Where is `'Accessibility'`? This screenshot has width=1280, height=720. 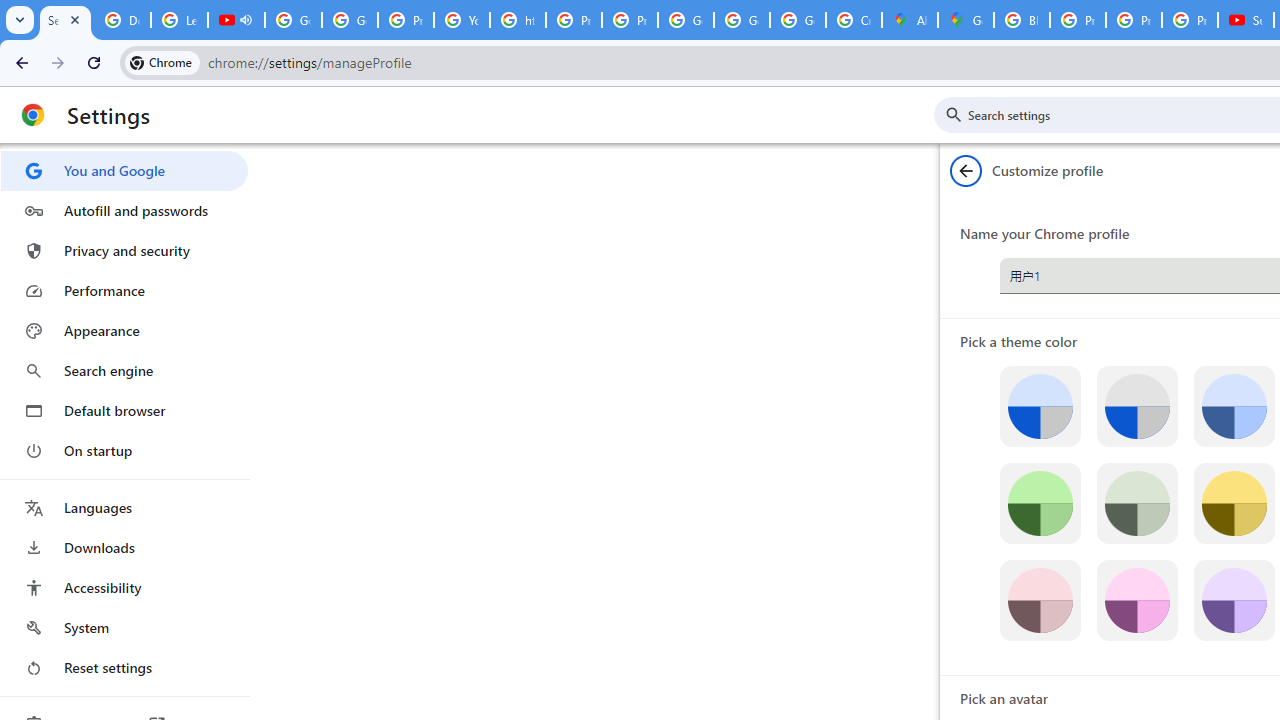
'Accessibility' is located at coordinates (123, 586).